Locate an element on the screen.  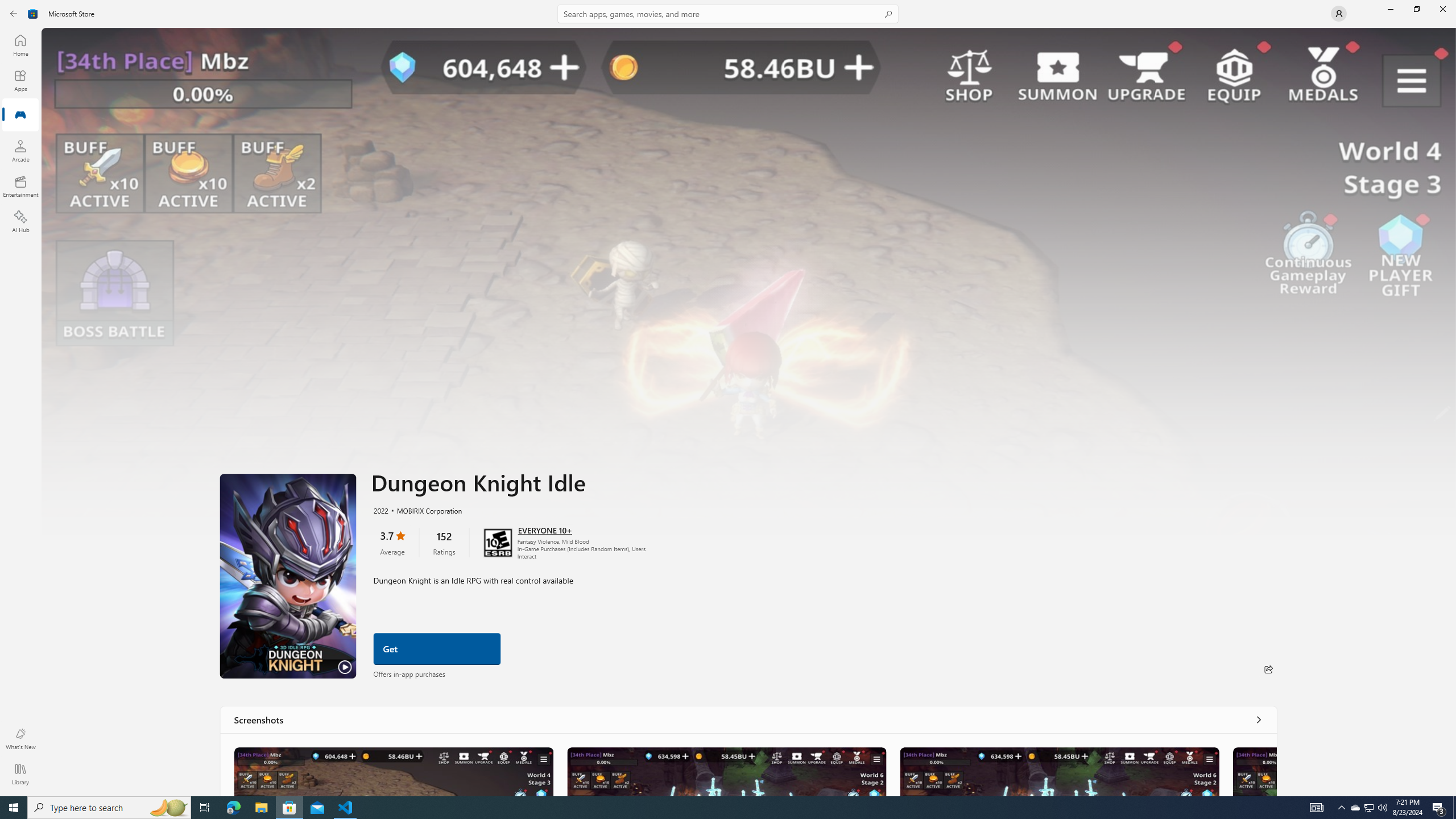
'Screenshot 2' is located at coordinates (725, 771).